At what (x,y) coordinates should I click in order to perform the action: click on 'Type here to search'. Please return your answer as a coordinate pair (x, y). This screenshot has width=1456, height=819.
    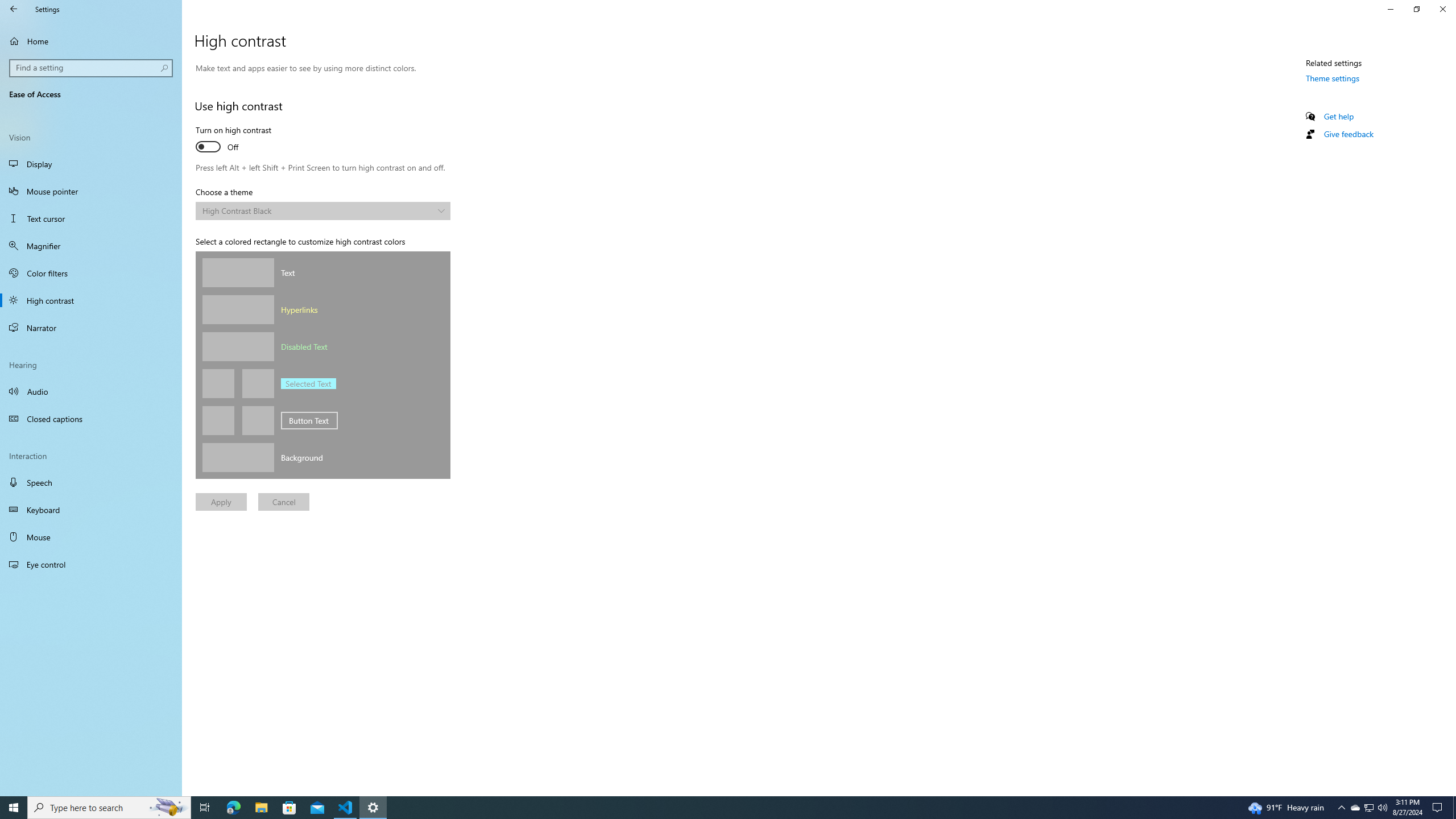
    Looking at the image, I should click on (109, 806).